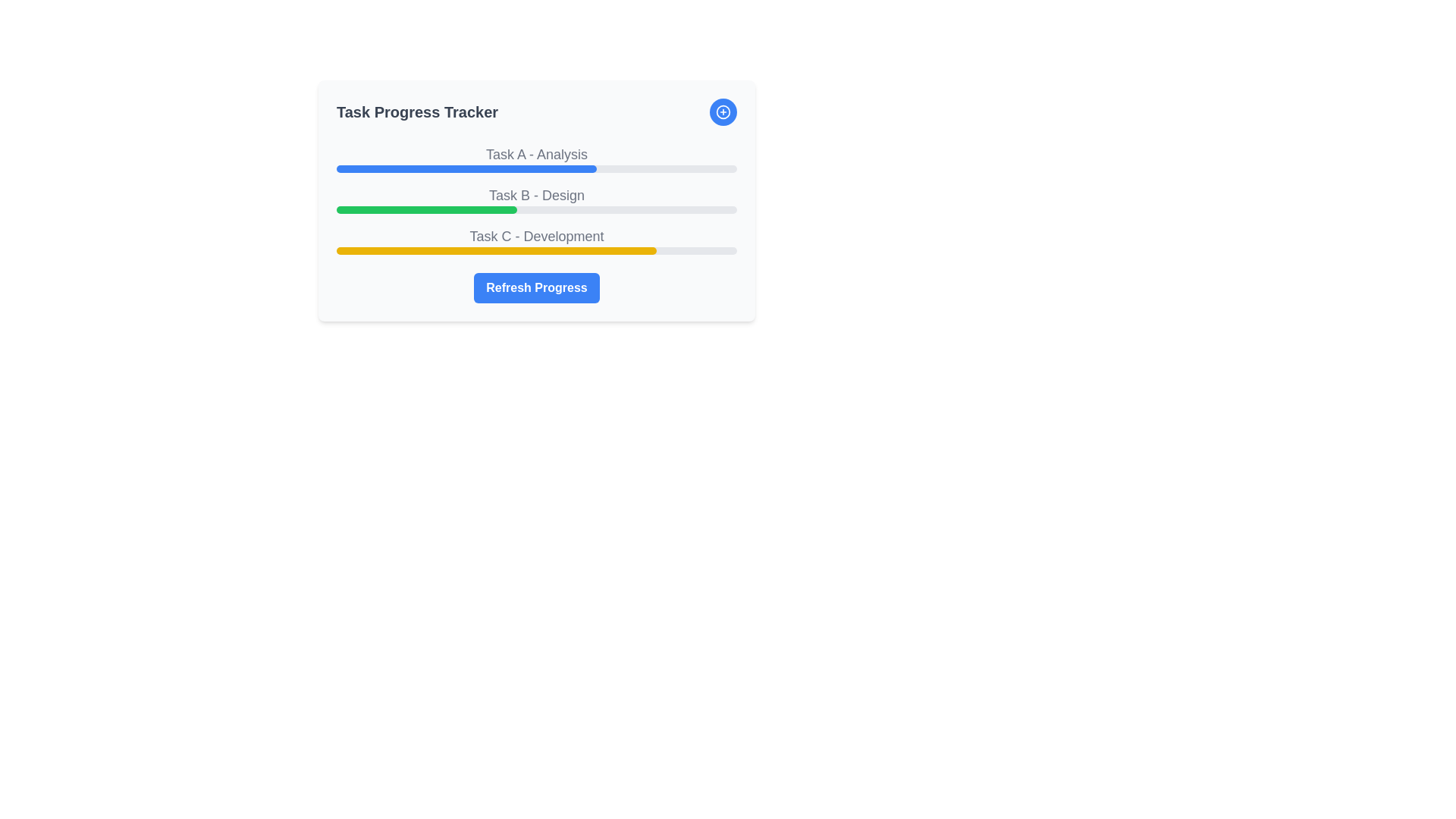 The width and height of the screenshot is (1456, 819). What do you see at coordinates (723, 111) in the screenshot?
I see `the circular icon button with a plus symbol in its center, located in the top-right corner of the 'Task Progress Tracker' card` at bounding box center [723, 111].